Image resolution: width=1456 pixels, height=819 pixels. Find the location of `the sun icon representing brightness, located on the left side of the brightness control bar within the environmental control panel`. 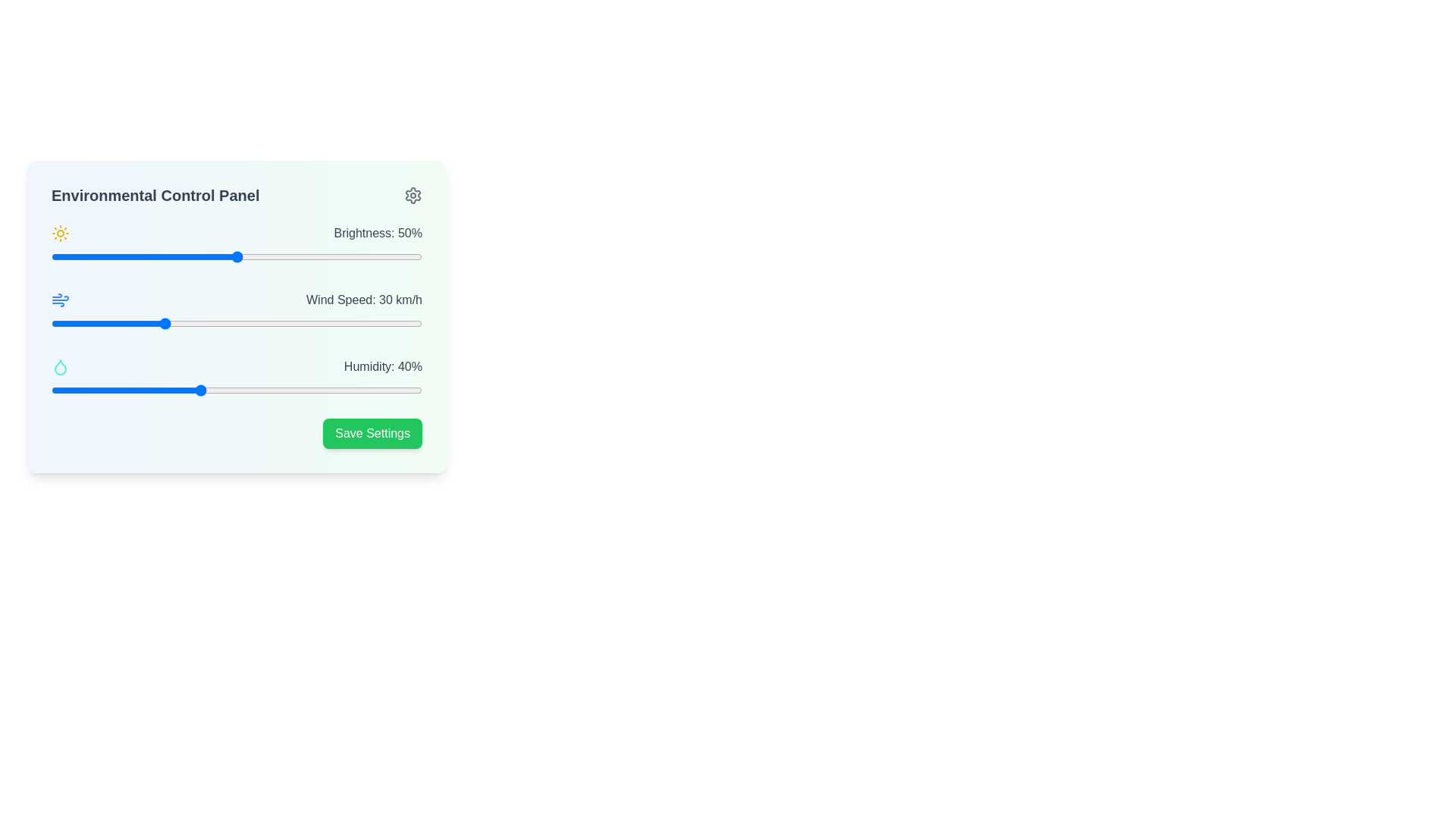

the sun icon representing brightness, located on the left side of the brightness control bar within the environmental control panel is located at coordinates (61, 234).